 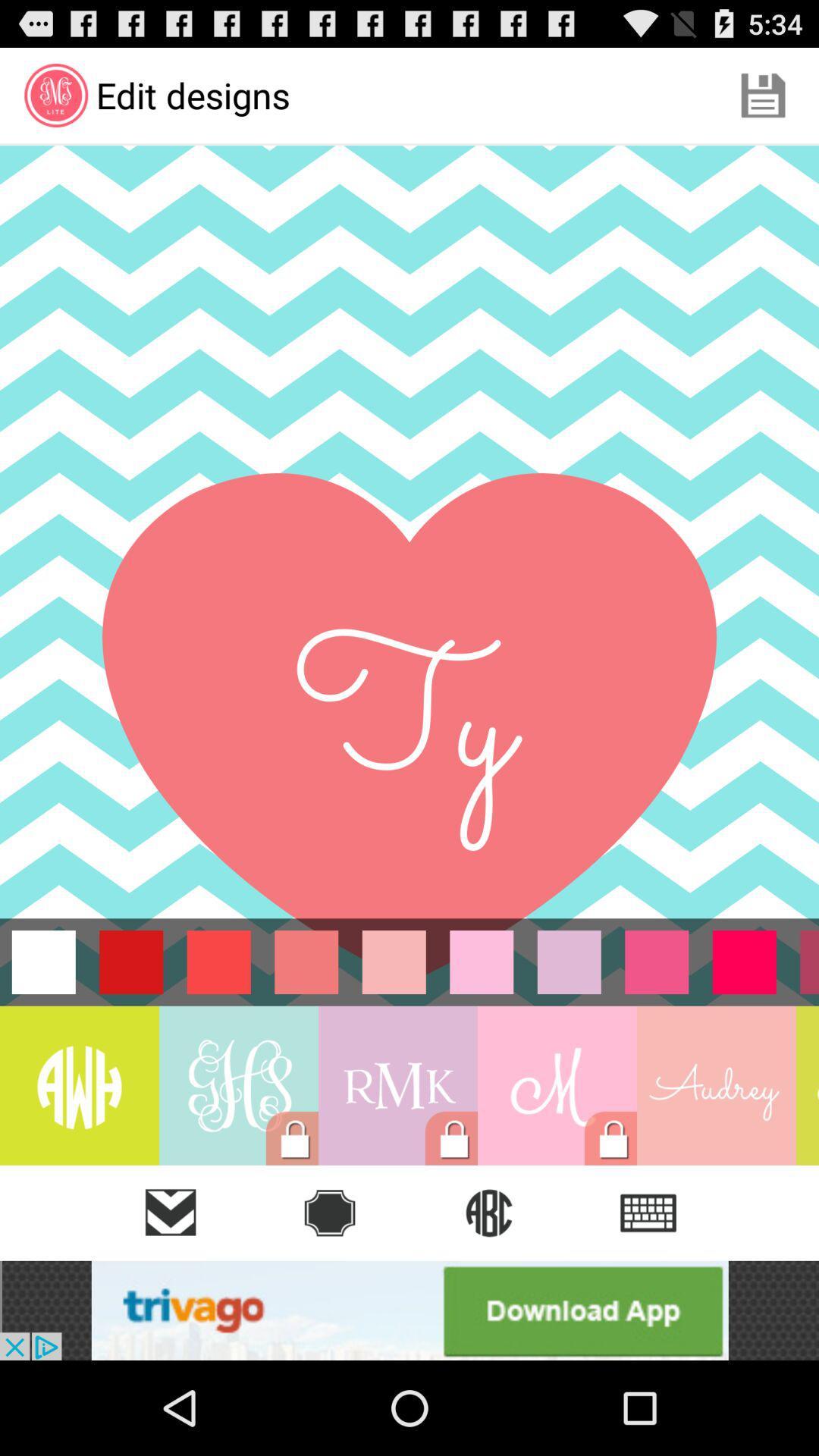 What do you see at coordinates (648, 1212) in the screenshot?
I see `the list icon` at bounding box center [648, 1212].